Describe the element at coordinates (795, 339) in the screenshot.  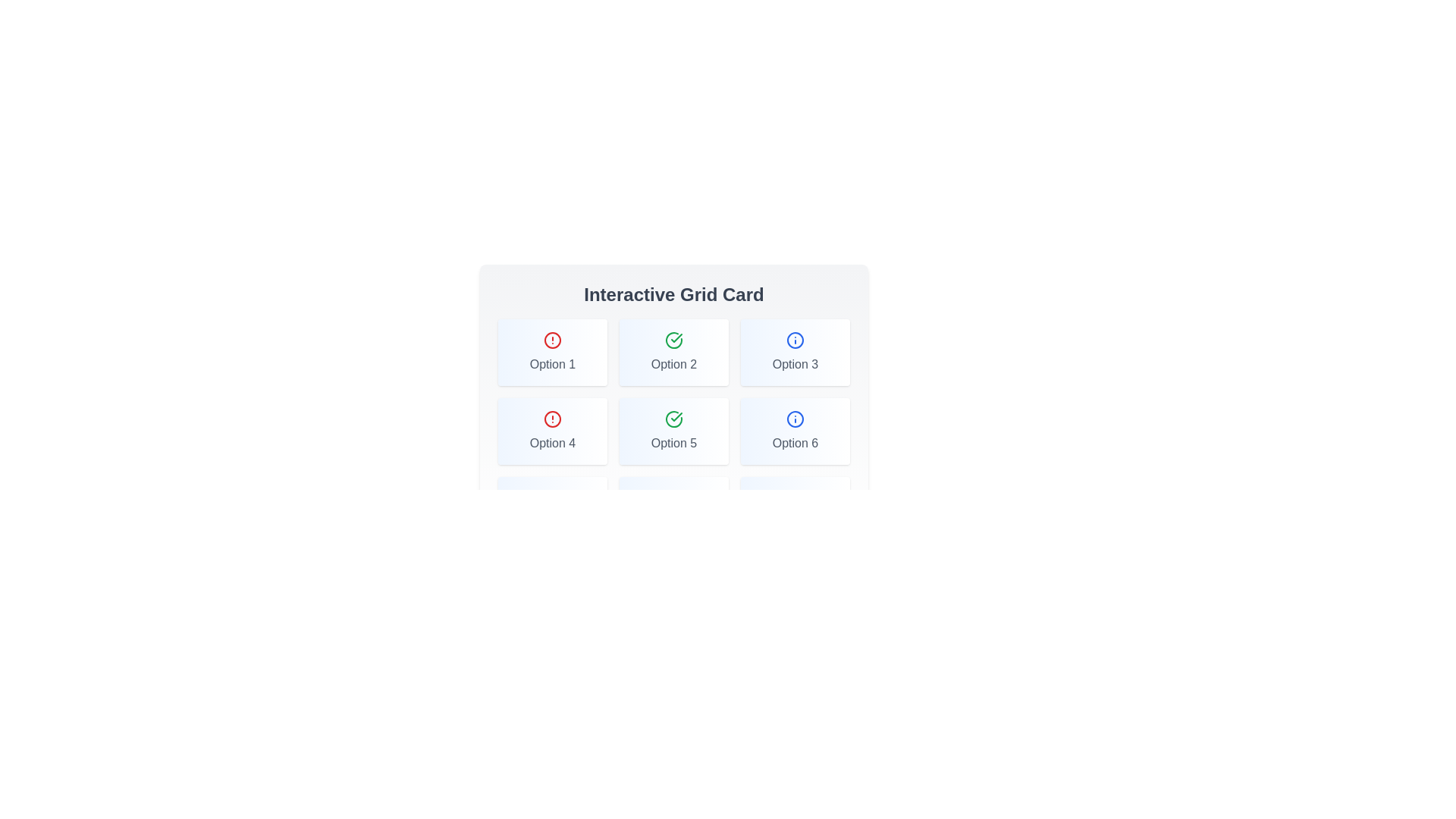
I see `the blue-stroked circular SVG element labeled as 'Option 6' located in the bottom-right corner of the interactive grid card` at that location.